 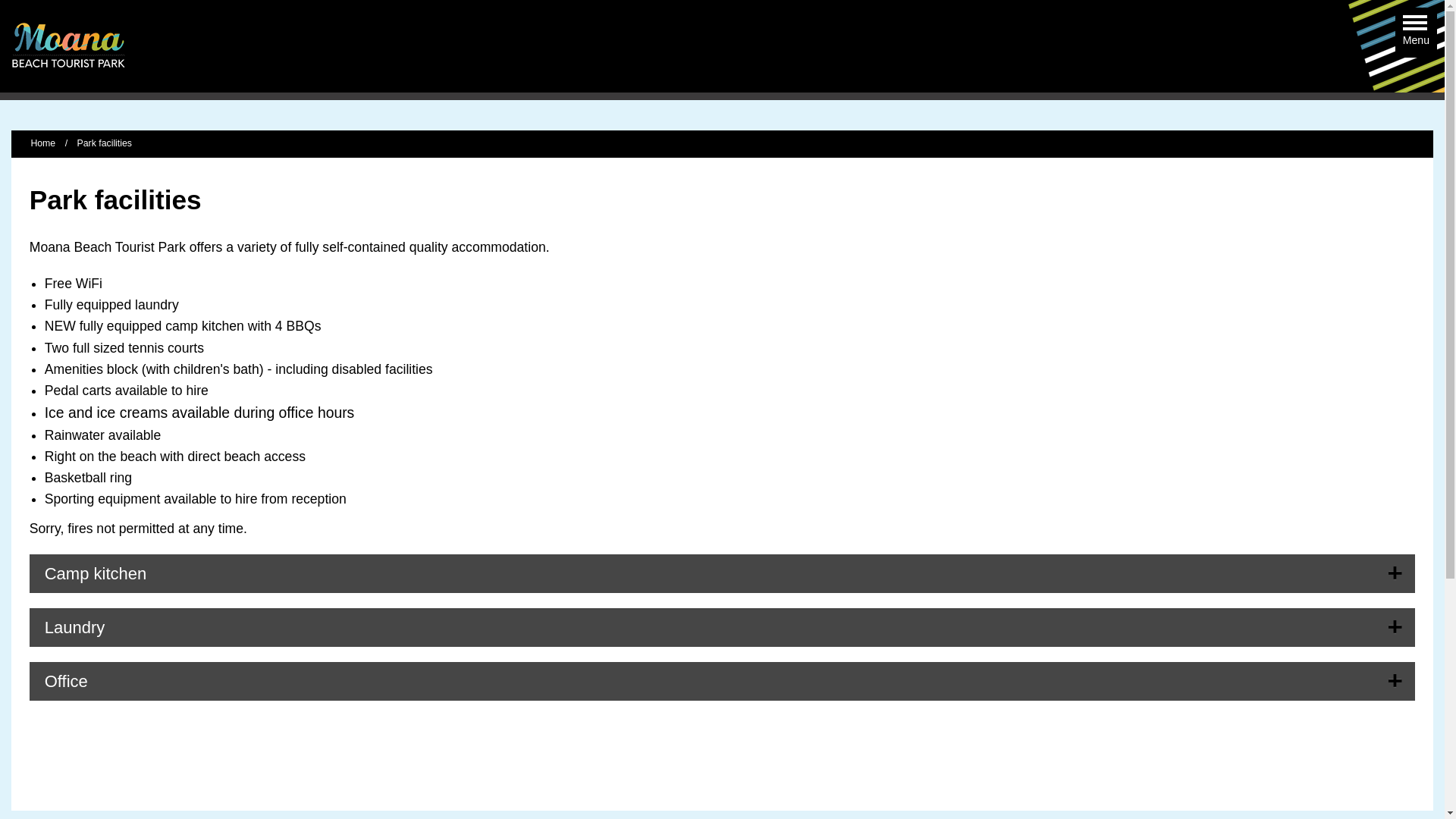 What do you see at coordinates (67, 45) in the screenshot?
I see `'Home - Moana Beach Tourist Park - Logo'` at bounding box center [67, 45].